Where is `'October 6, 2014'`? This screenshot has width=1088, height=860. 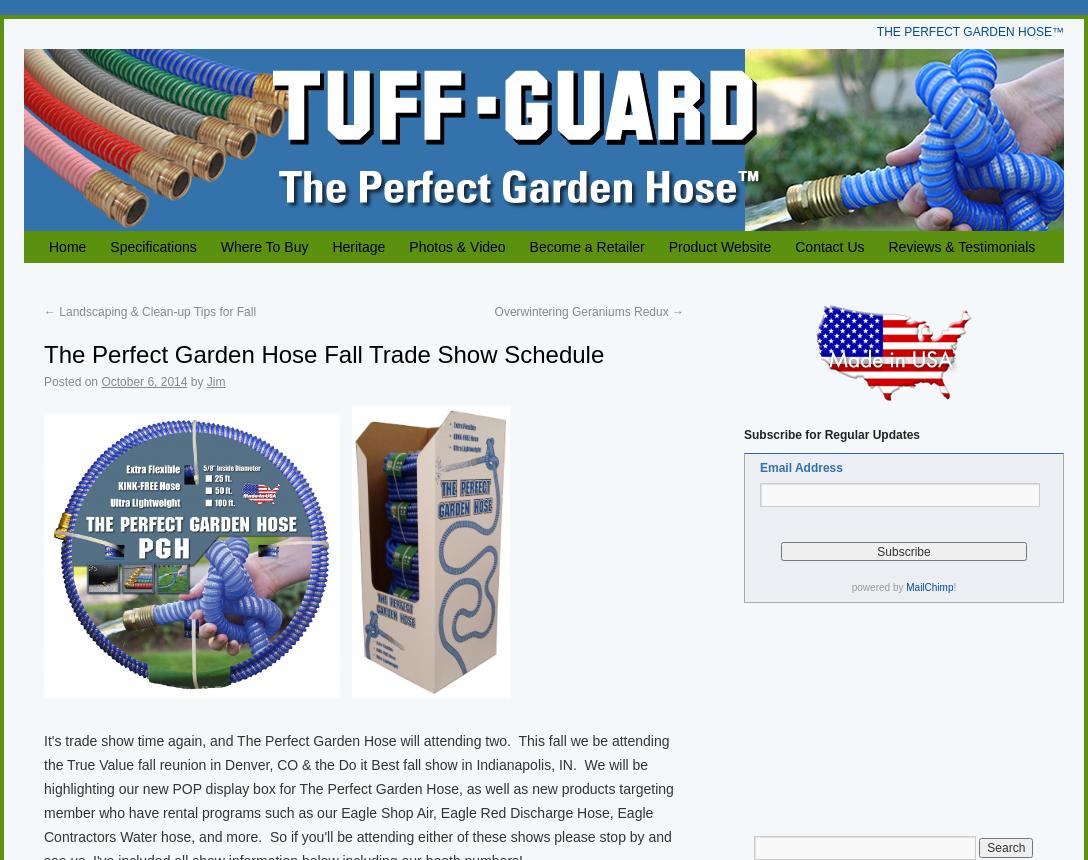
'October 6, 2014' is located at coordinates (143, 381).